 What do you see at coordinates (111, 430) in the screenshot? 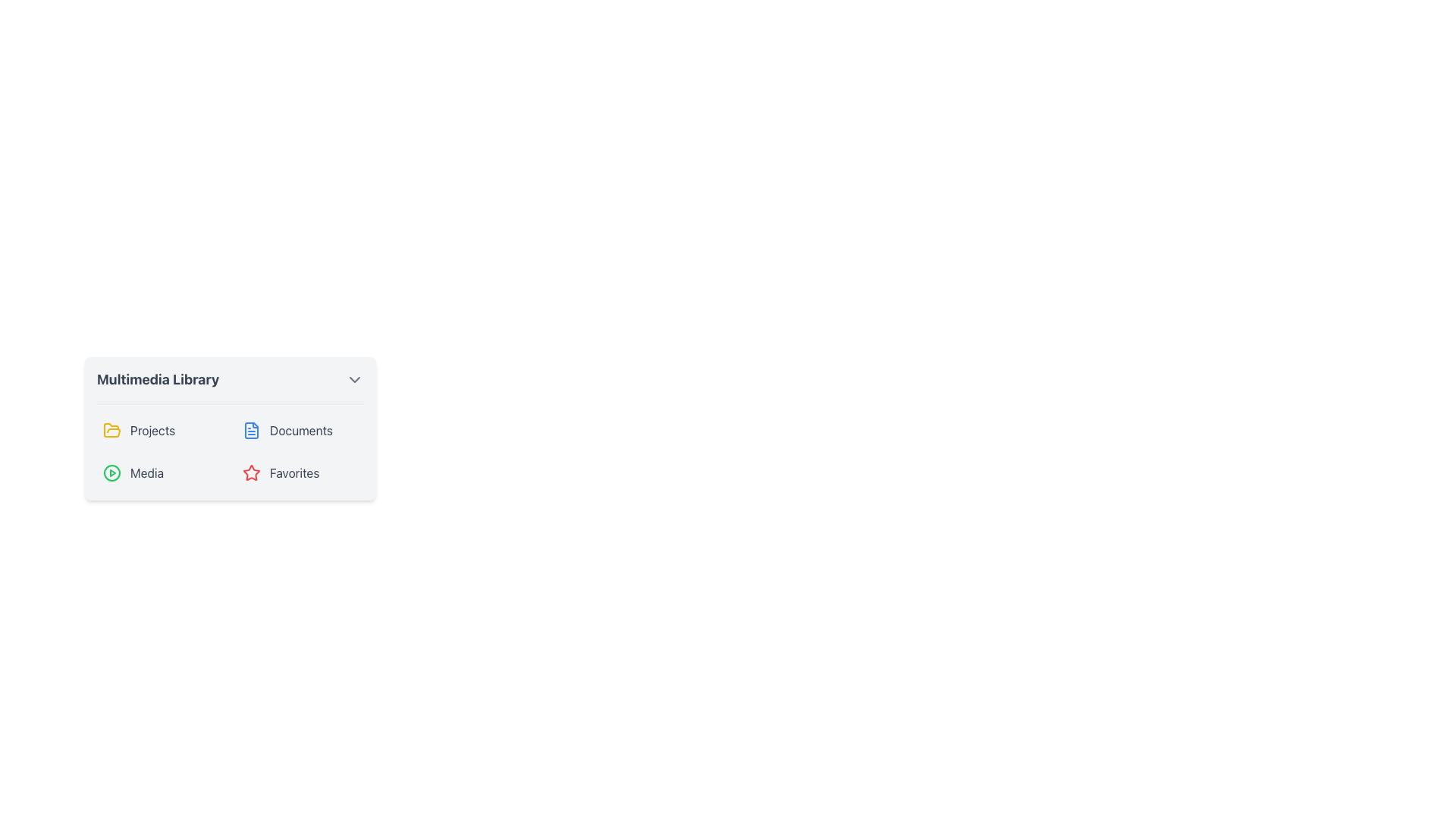
I see `the stylized yellow folder icon located in the 'Multimedia Library' section, which is the first item in the top row of icons` at bounding box center [111, 430].